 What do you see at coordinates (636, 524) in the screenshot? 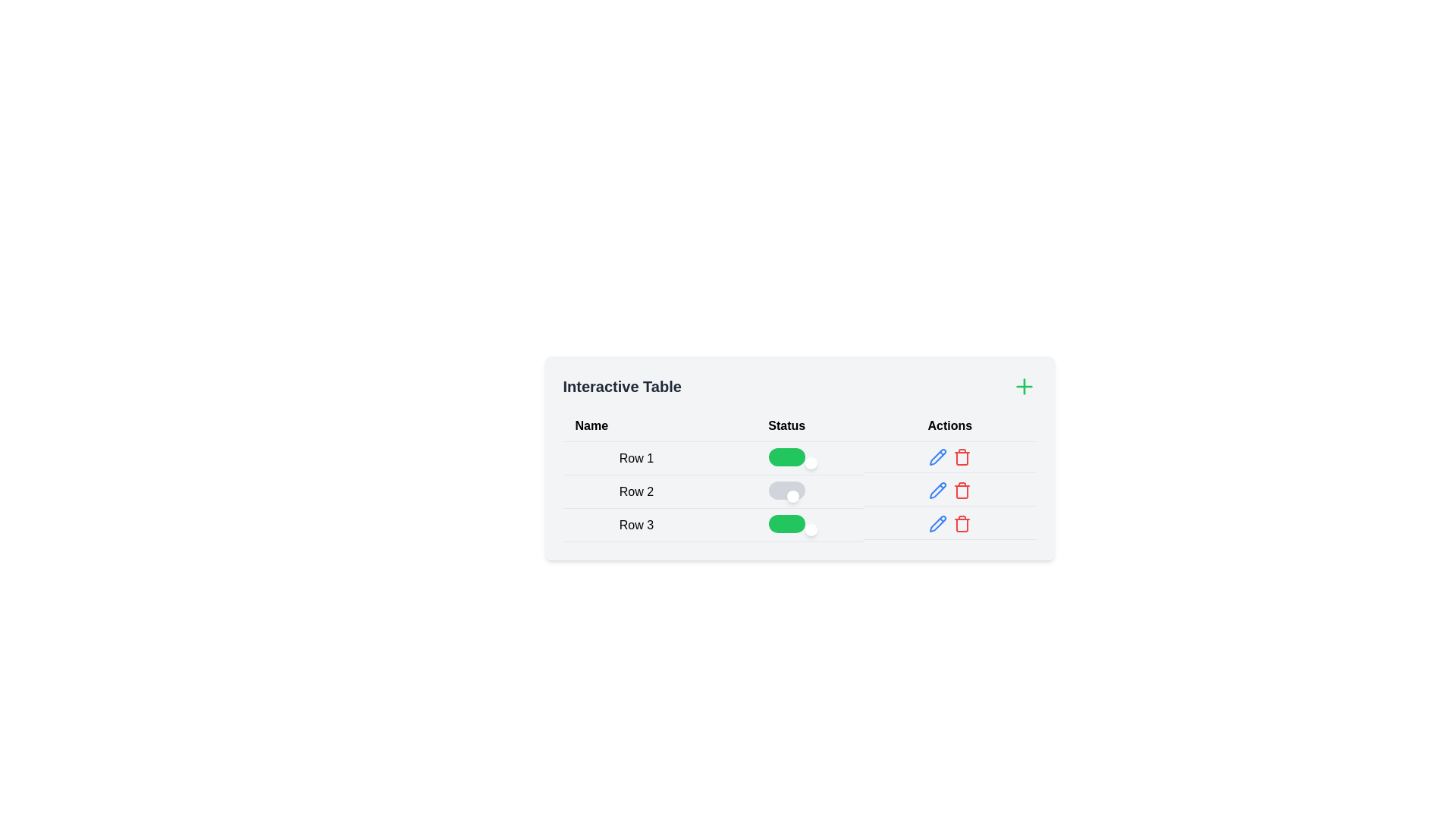
I see `the table cell displaying 'Row 3', which is the first cell in the third row under the 'Name' column` at bounding box center [636, 524].